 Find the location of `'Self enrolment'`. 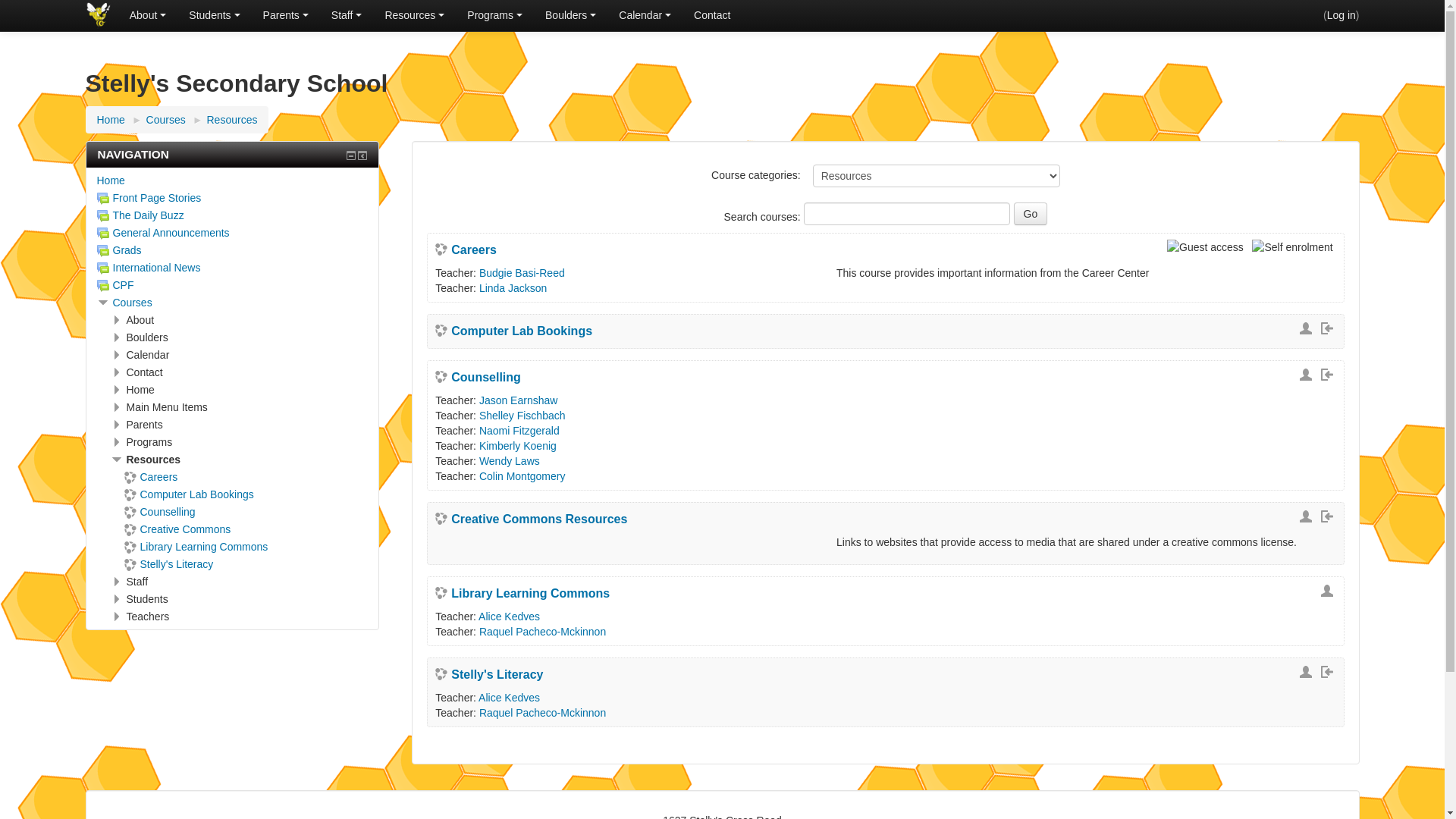

'Self enrolment' is located at coordinates (1252, 246).